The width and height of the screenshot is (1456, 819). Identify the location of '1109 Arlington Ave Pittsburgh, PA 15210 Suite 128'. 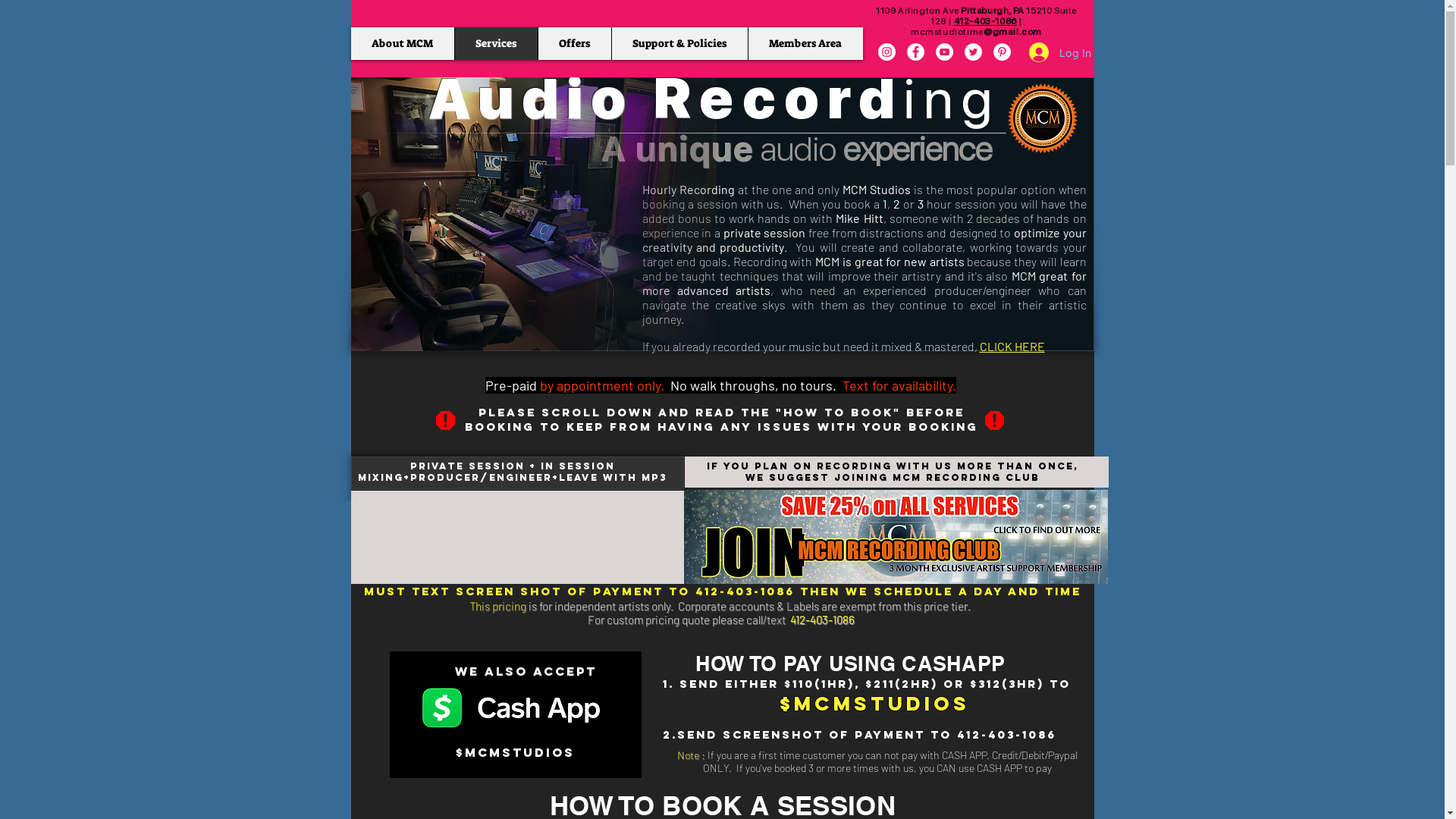
(976, 15).